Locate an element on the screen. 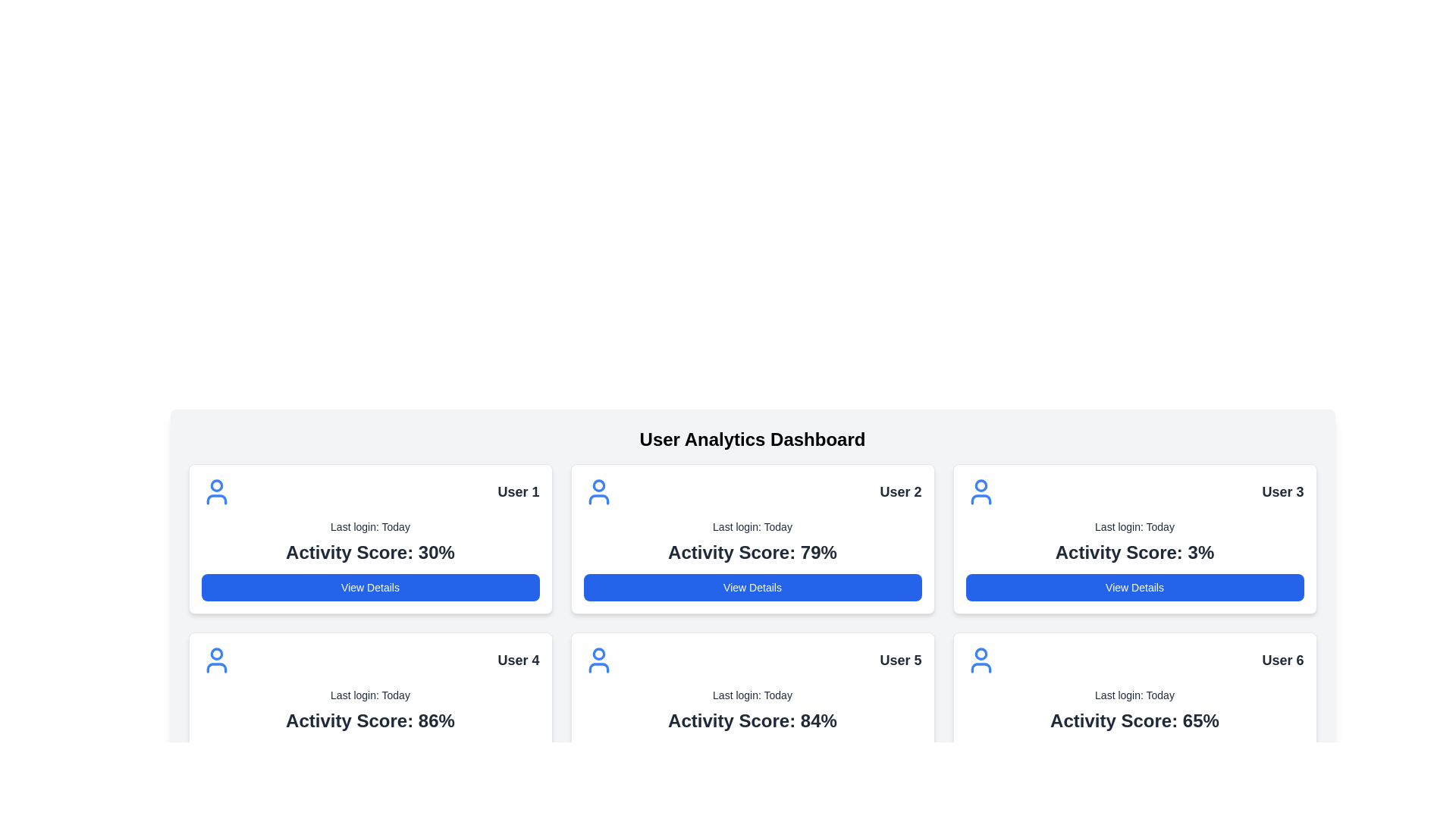 Image resolution: width=1456 pixels, height=819 pixels. the upper circular part of the user profile icon located in the first column and second row of the dashboard layout is located at coordinates (598, 653).